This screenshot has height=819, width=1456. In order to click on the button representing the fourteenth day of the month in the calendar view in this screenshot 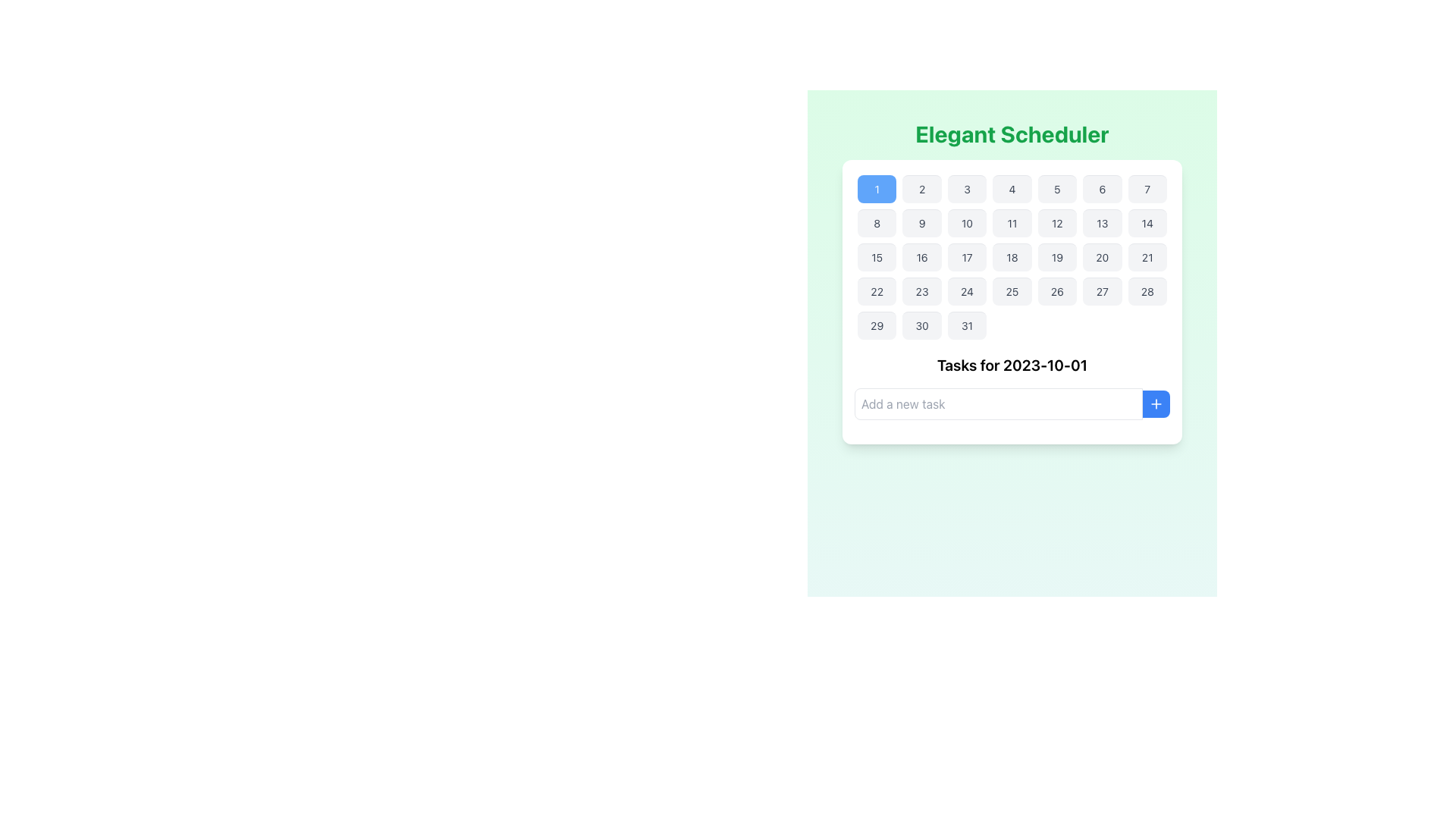, I will do `click(1147, 223)`.